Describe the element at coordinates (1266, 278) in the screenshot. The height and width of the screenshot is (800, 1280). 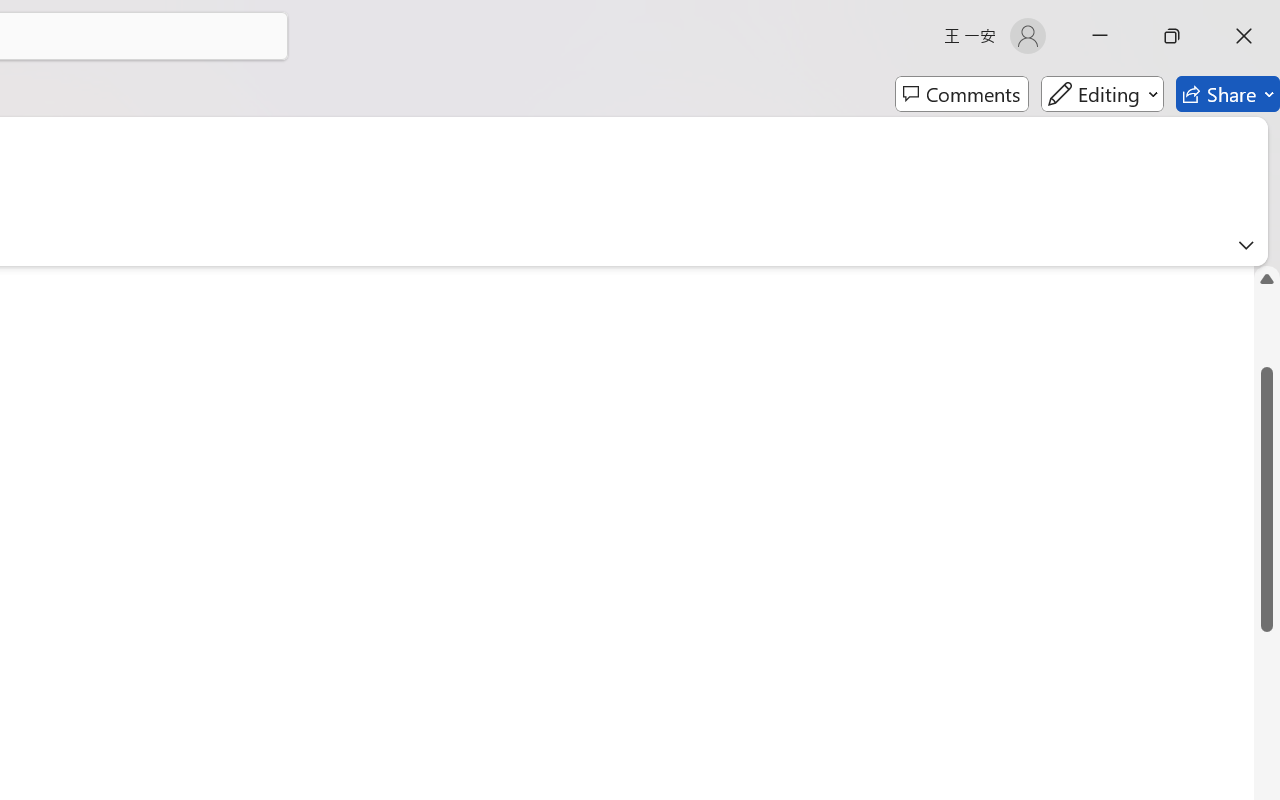
I see `'Line up'` at that location.